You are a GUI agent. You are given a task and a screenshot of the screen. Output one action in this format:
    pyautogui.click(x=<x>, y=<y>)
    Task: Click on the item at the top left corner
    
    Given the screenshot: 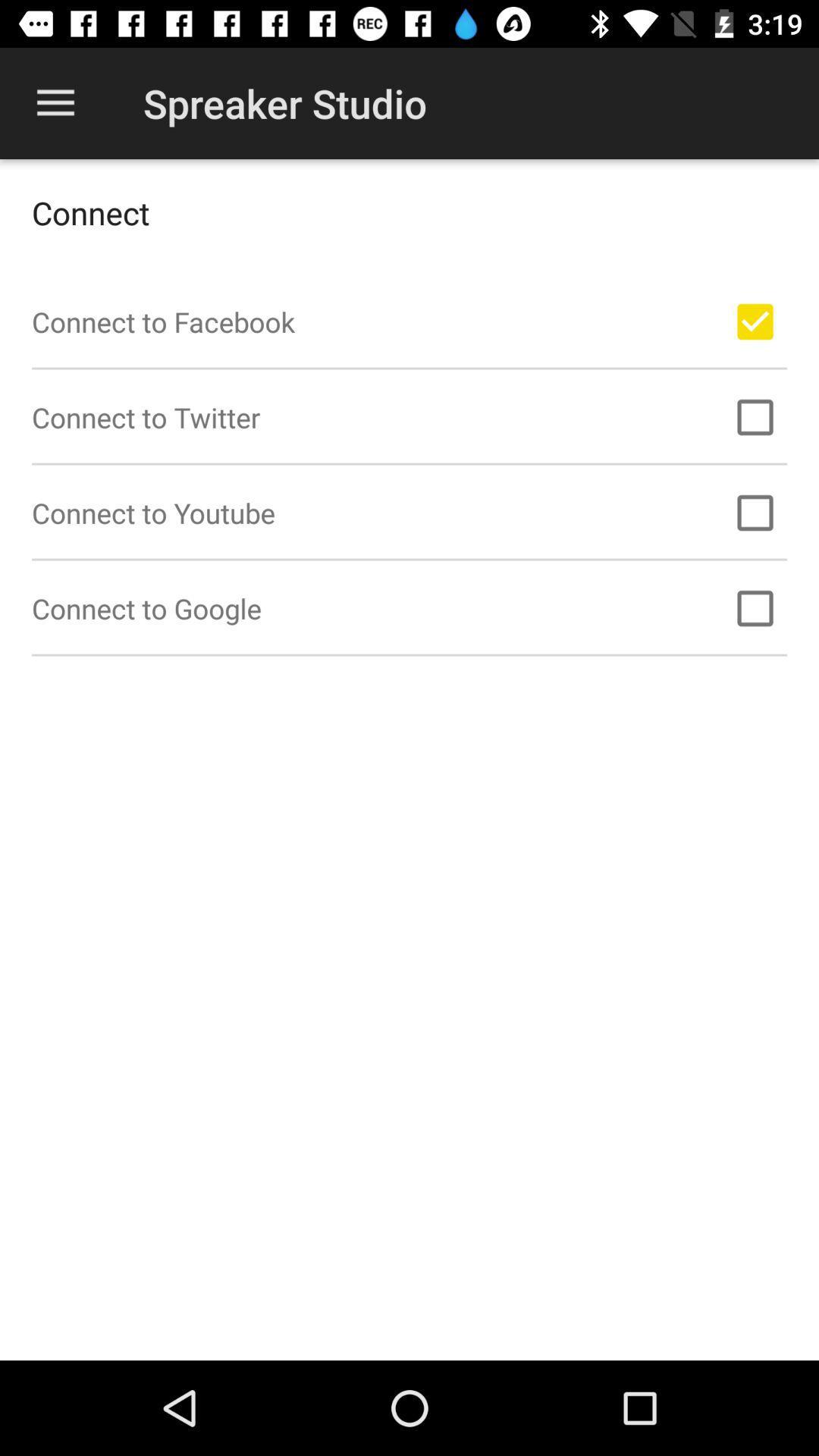 What is the action you would take?
    pyautogui.click(x=55, y=102)
    